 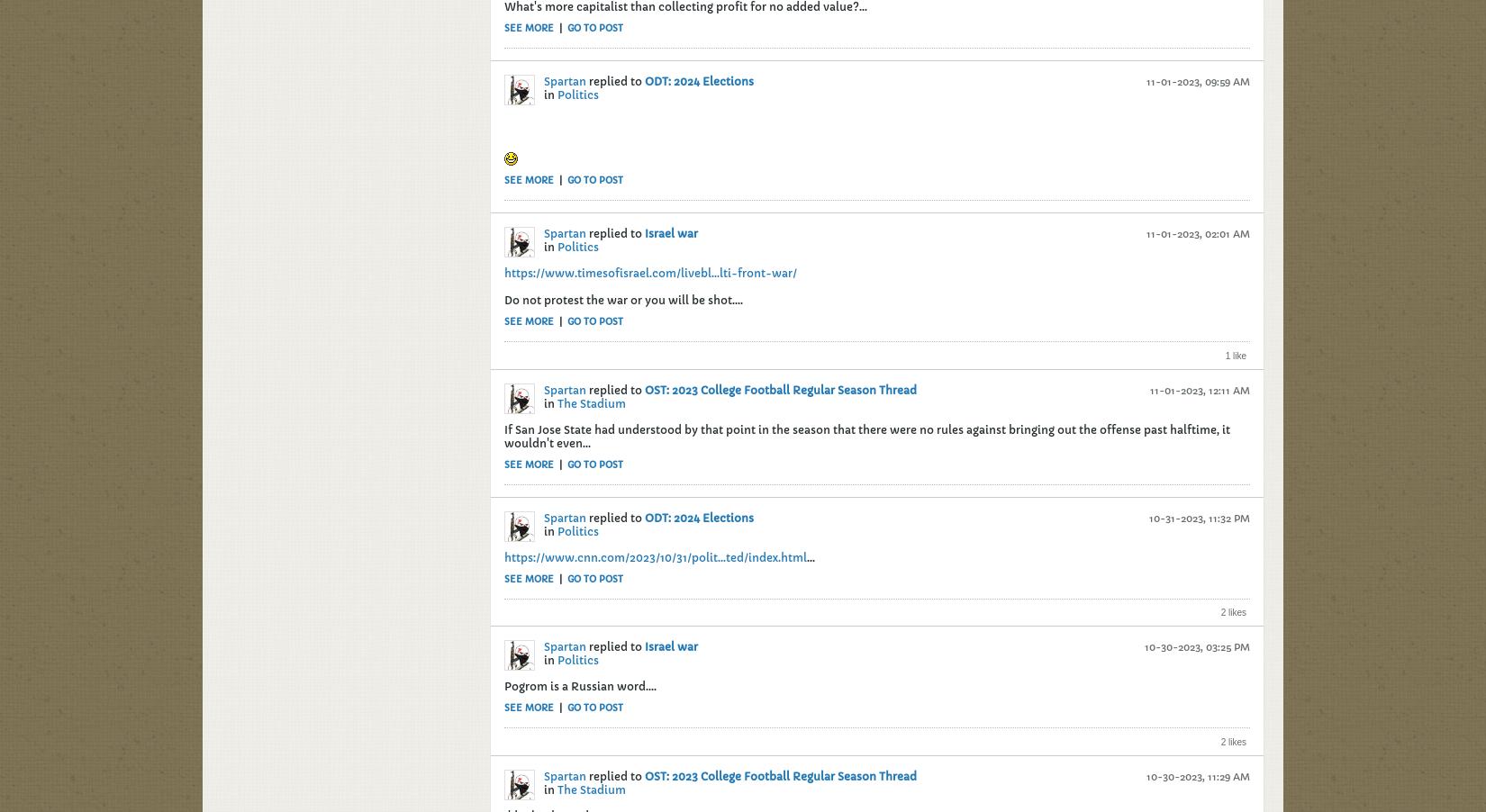 I want to click on 'Pogrom is a Russian word....', so click(x=579, y=685).